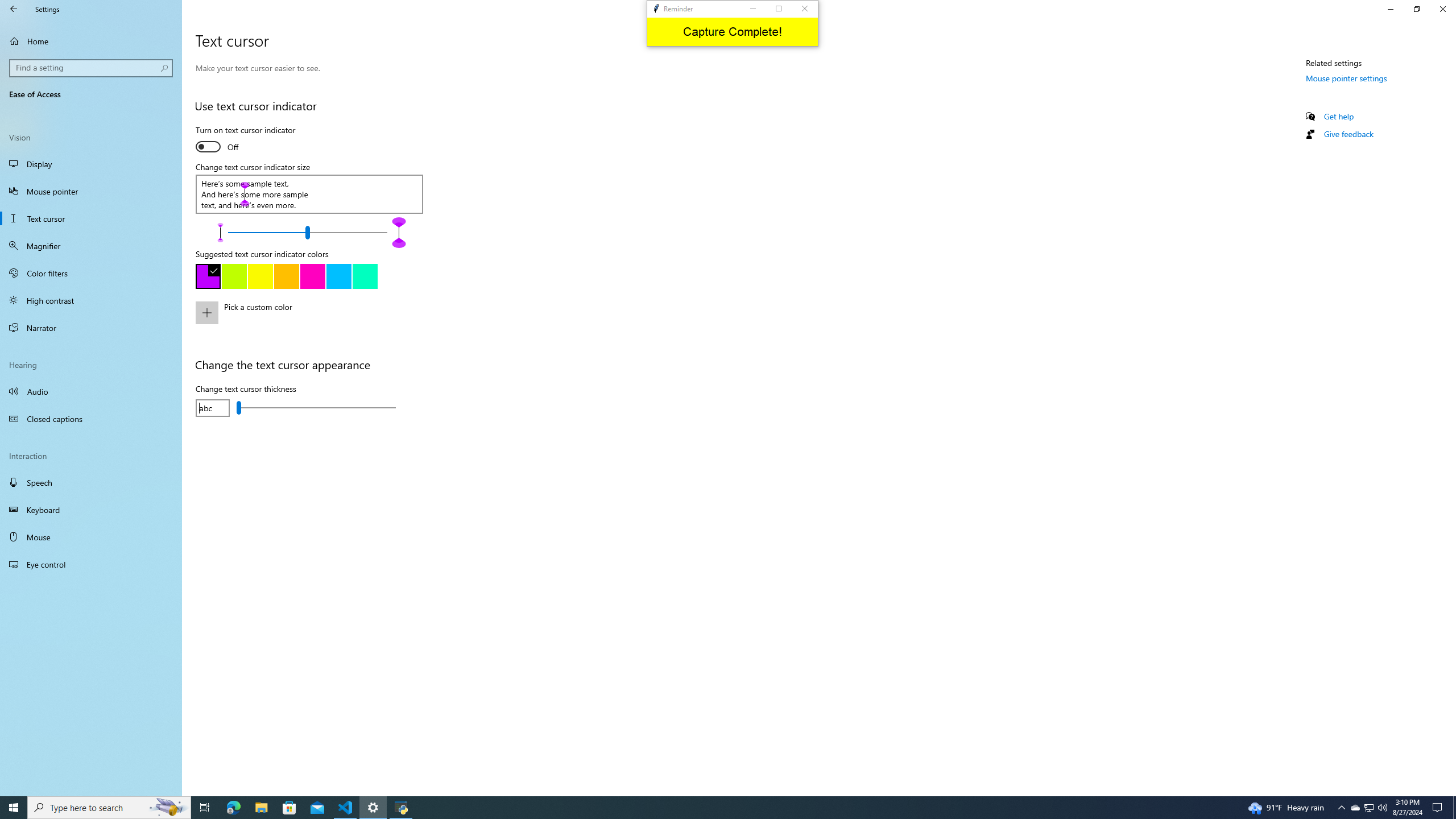 Image resolution: width=1456 pixels, height=819 pixels. Describe the element at coordinates (286, 276) in the screenshot. I see `'Yellow'` at that location.